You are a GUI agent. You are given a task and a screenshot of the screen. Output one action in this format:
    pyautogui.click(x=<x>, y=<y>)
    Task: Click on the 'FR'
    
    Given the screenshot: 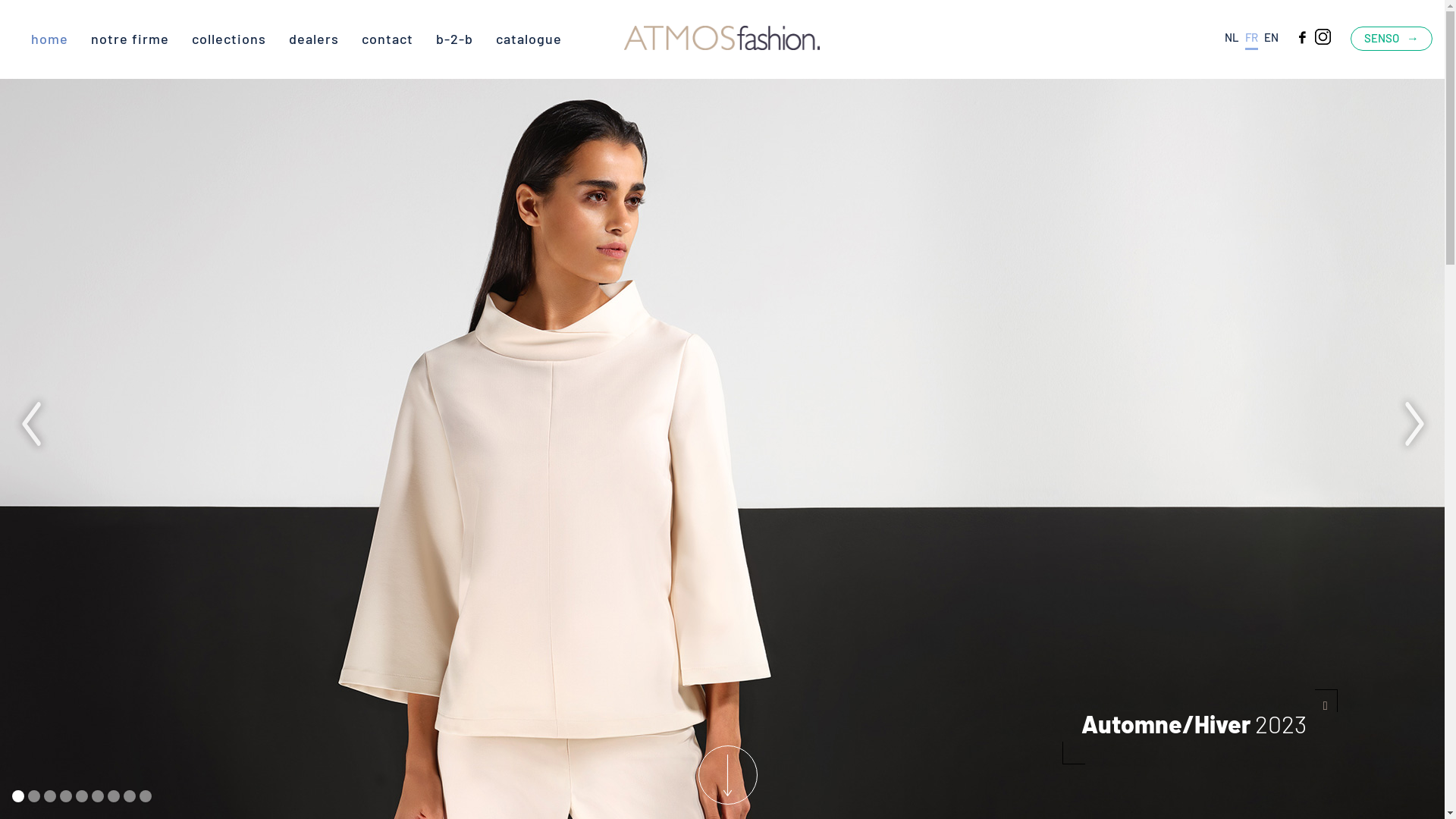 What is the action you would take?
    pyautogui.click(x=1251, y=39)
    